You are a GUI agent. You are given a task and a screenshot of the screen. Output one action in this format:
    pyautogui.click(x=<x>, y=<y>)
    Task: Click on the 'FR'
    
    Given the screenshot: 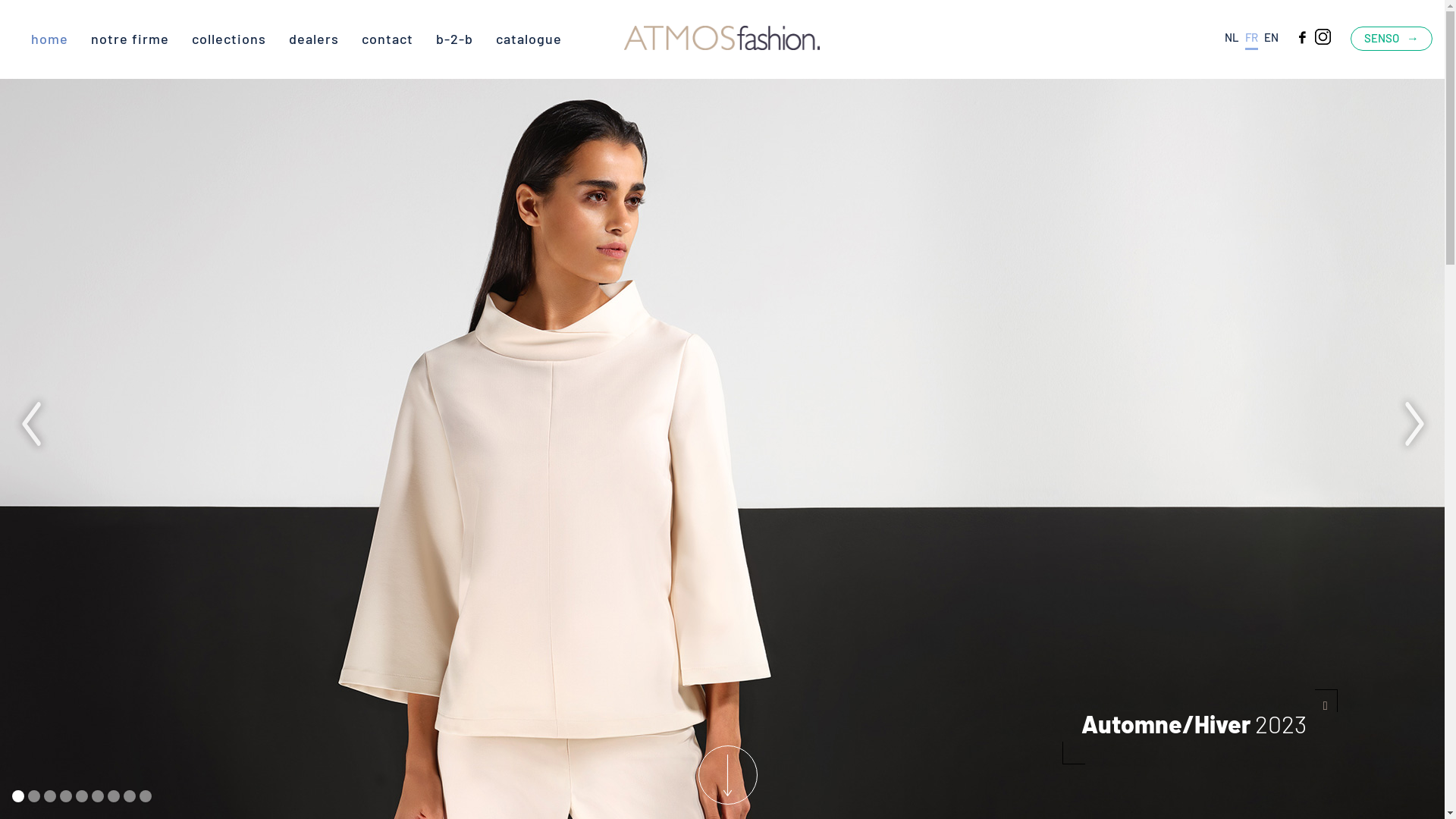 What is the action you would take?
    pyautogui.click(x=1251, y=39)
    